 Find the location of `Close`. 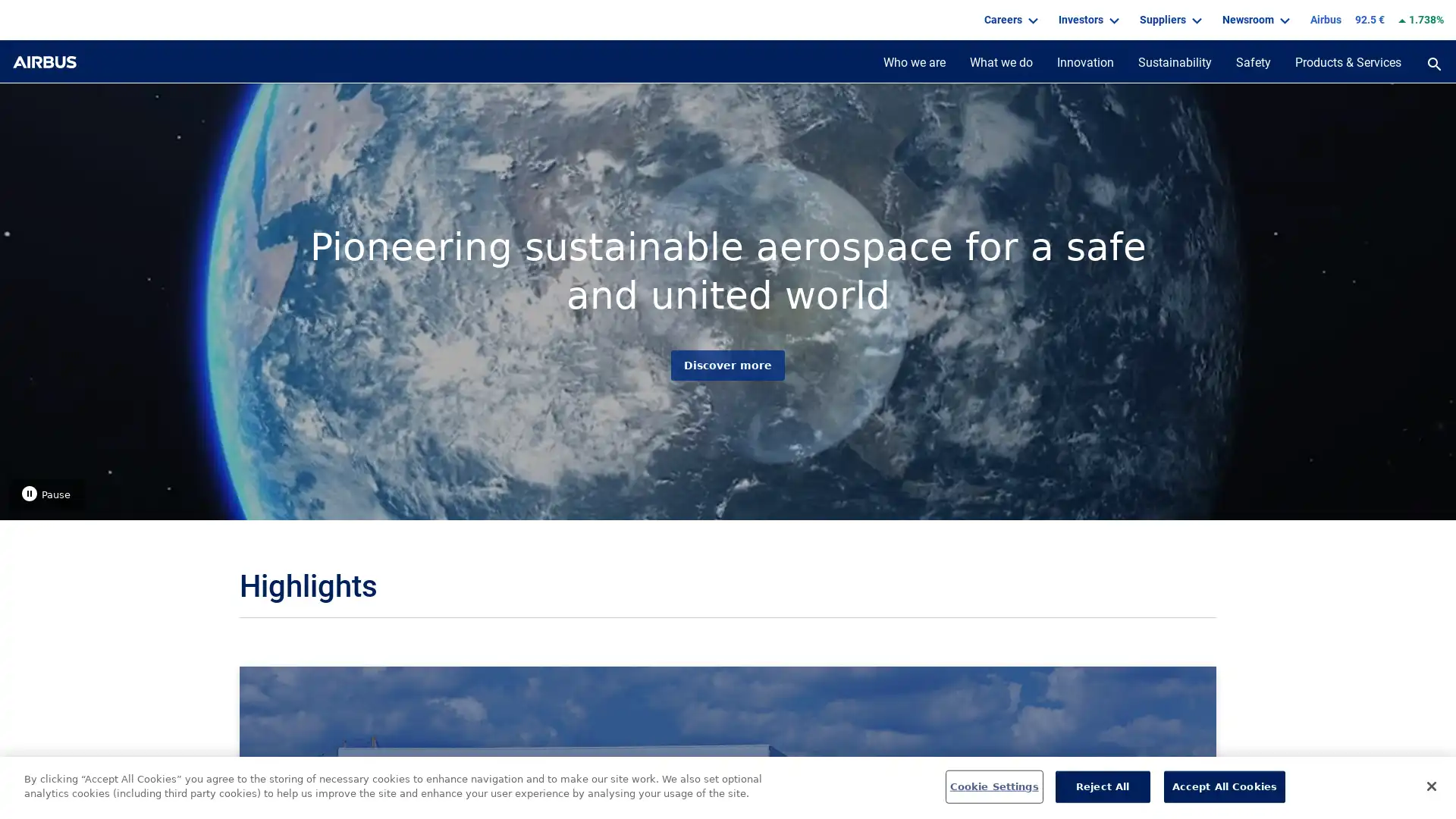

Close is located at coordinates (1430, 785).